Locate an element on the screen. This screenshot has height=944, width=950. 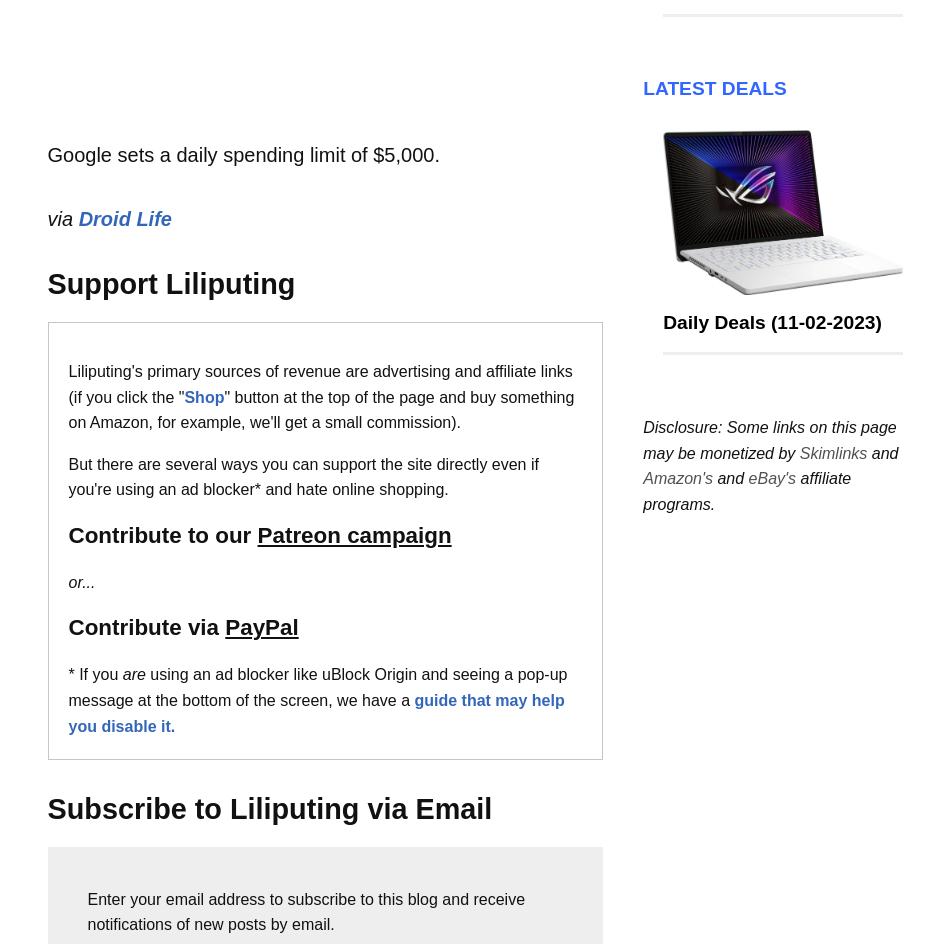
'eBay's' is located at coordinates (770, 478).